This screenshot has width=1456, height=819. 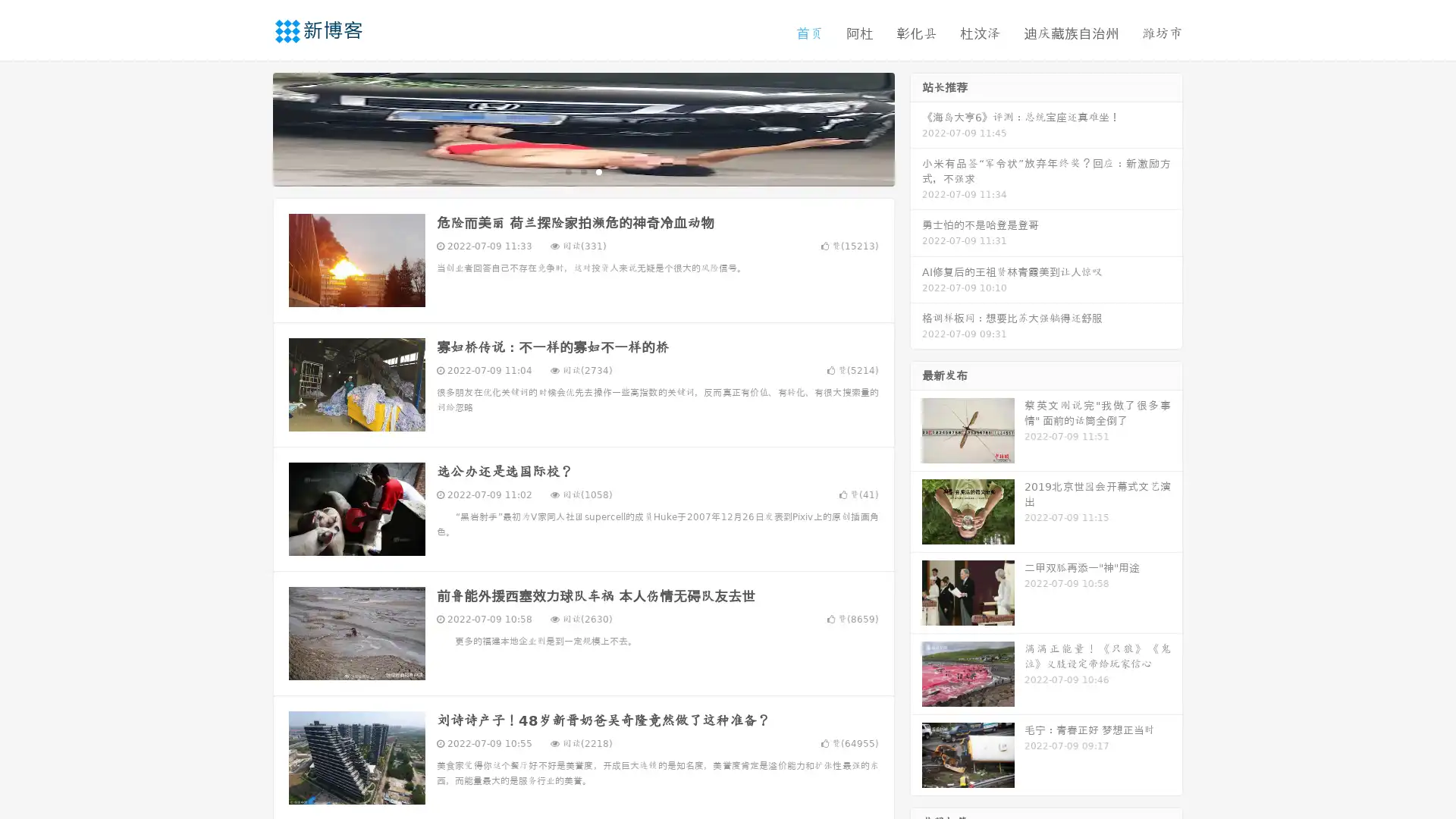 I want to click on Next slide, so click(x=916, y=127).